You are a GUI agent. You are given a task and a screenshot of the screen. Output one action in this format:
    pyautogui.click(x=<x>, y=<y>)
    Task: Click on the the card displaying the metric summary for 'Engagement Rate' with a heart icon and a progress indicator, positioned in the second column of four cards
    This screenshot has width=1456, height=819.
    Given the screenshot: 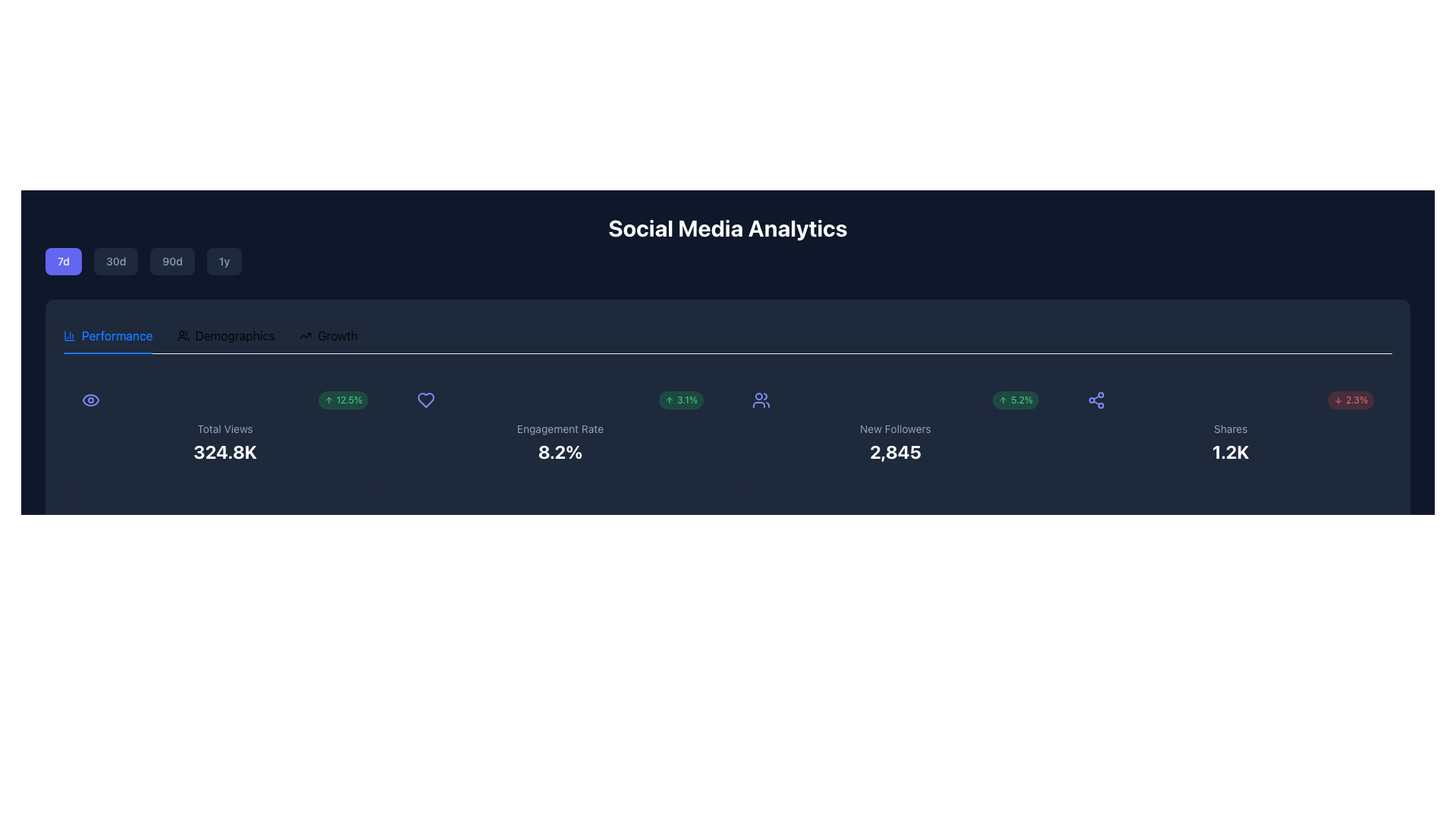 What is the action you would take?
    pyautogui.click(x=560, y=427)
    